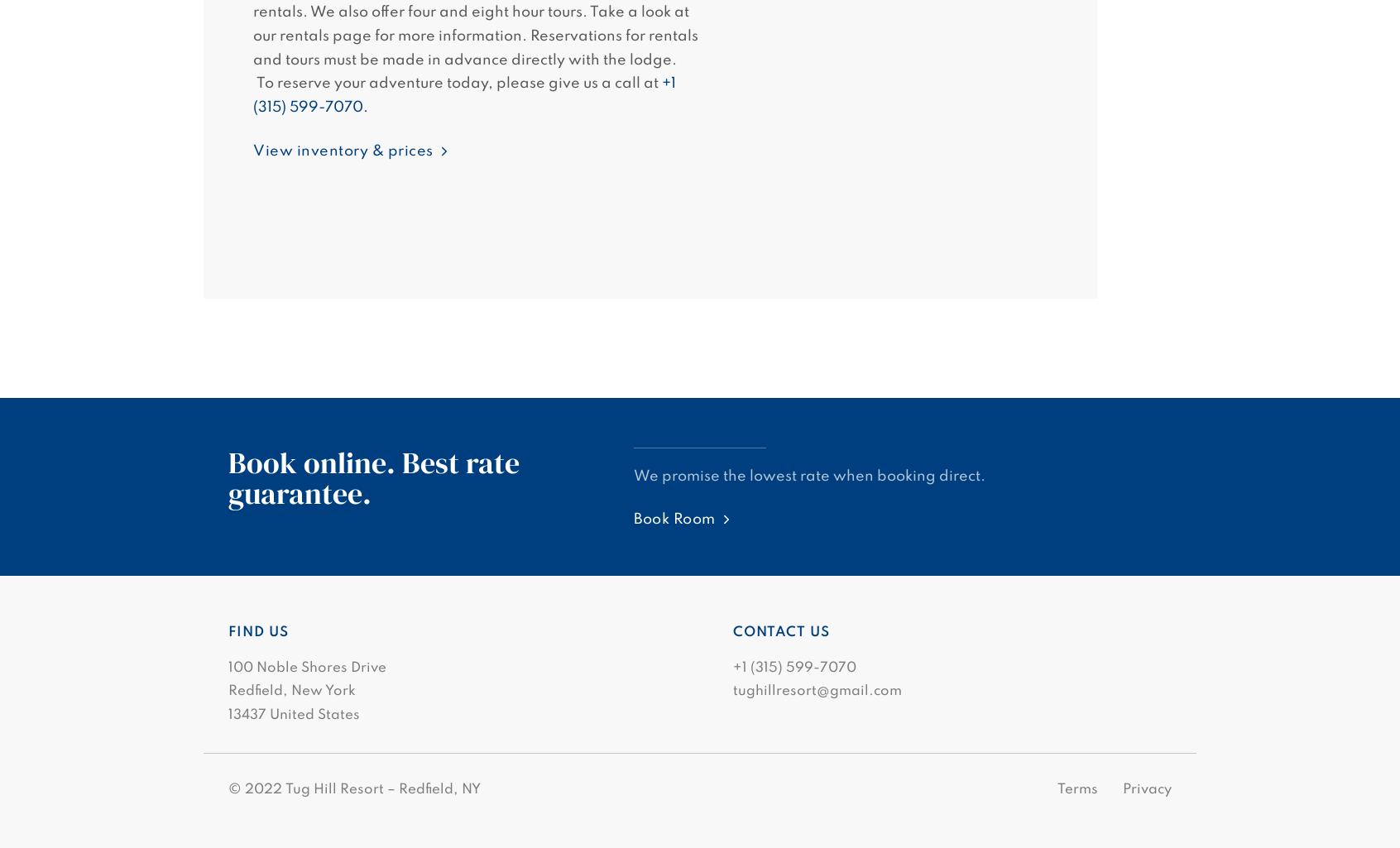 The image size is (1400, 848). I want to click on 'Terms', so click(1076, 789).